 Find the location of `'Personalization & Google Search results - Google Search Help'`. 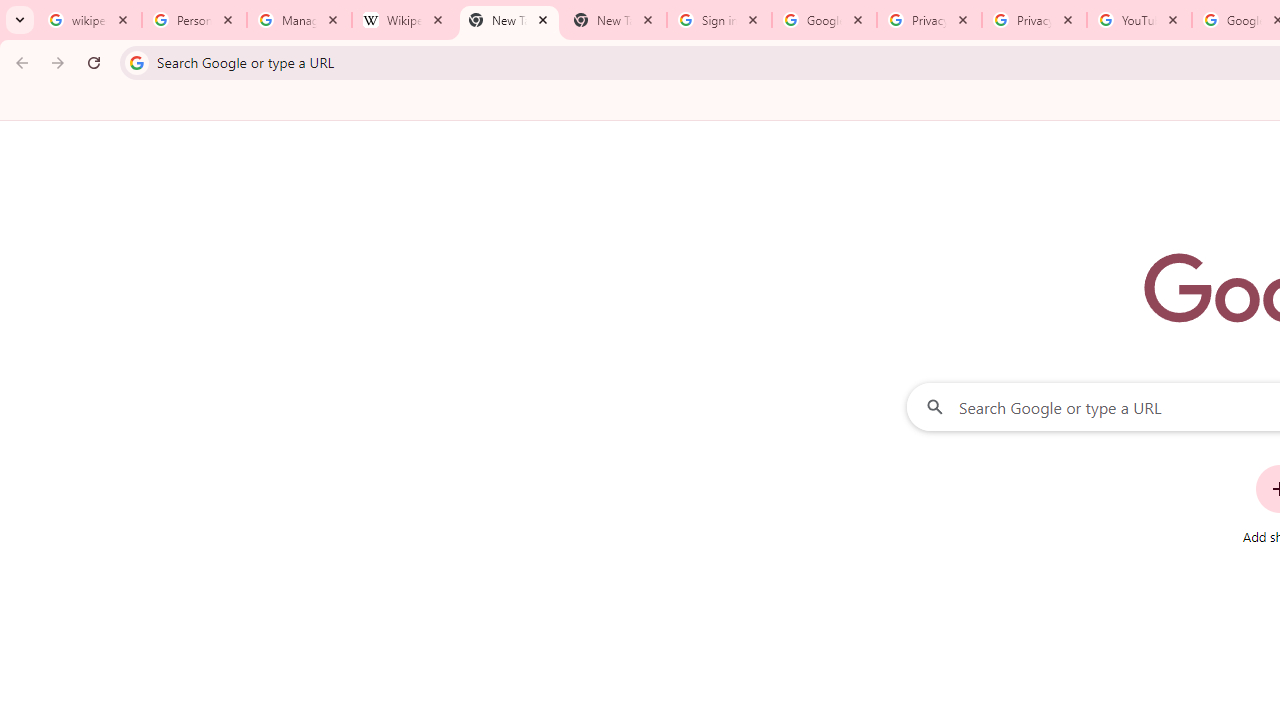

'Personalization & Google Search results - Google Search Help' is located at coordinates (194, 20).